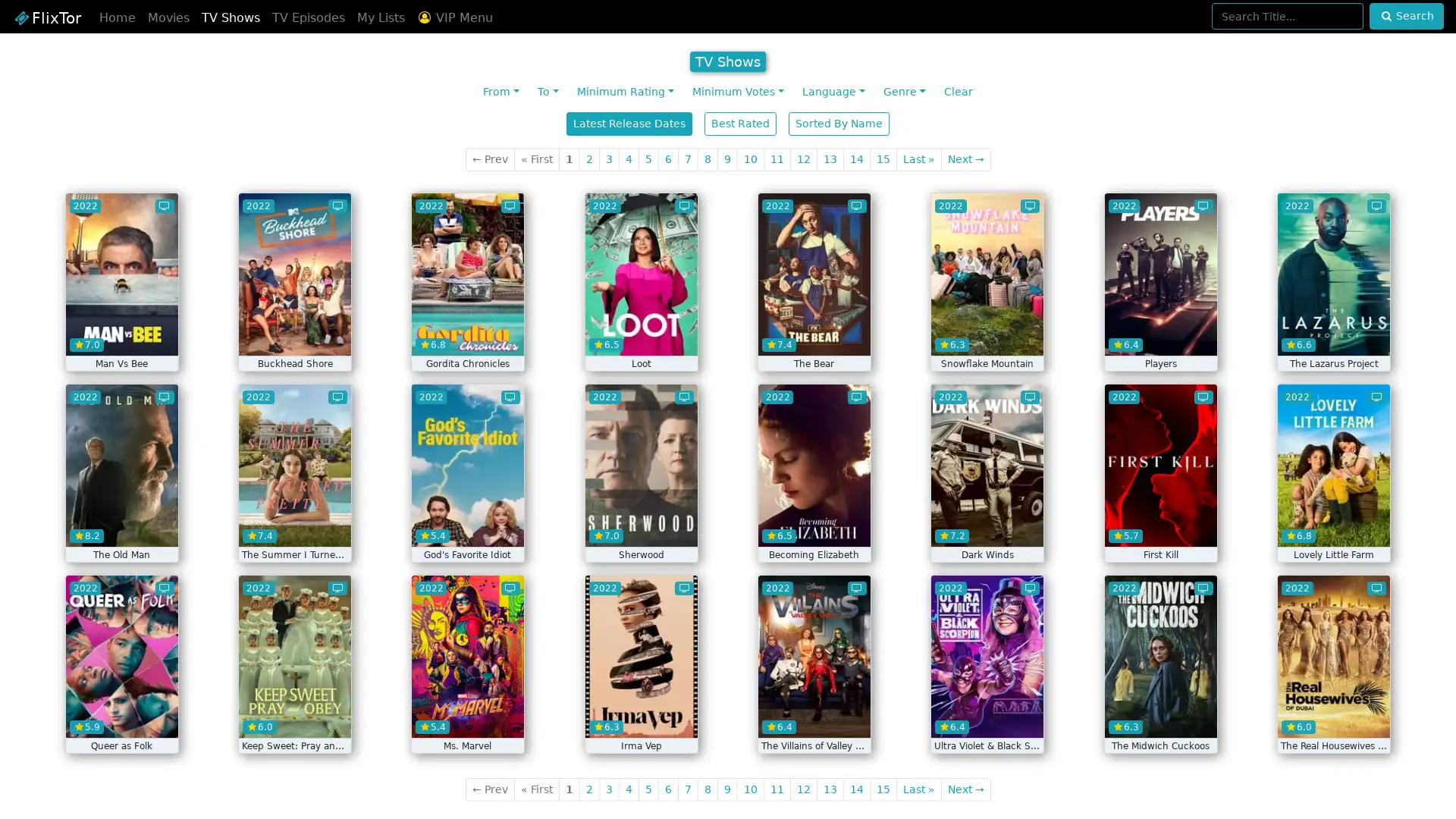  I want to click on Watch Now, so click(120, 523).